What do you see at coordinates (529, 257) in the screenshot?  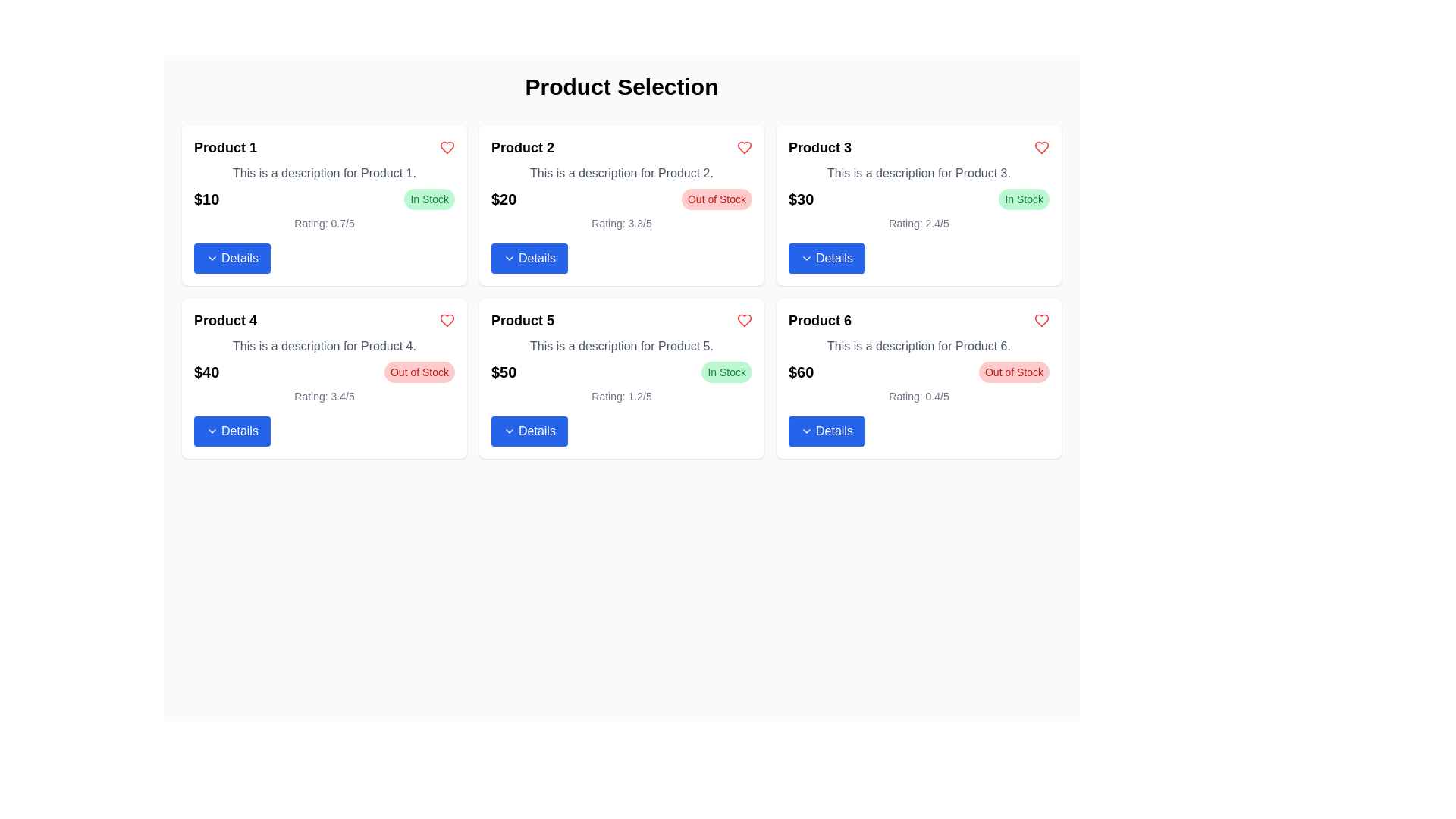 I see `the blue 'Details' button with white text located at the bottom-right corner of the 'Product 2' card` at bounding box center [529, 257].